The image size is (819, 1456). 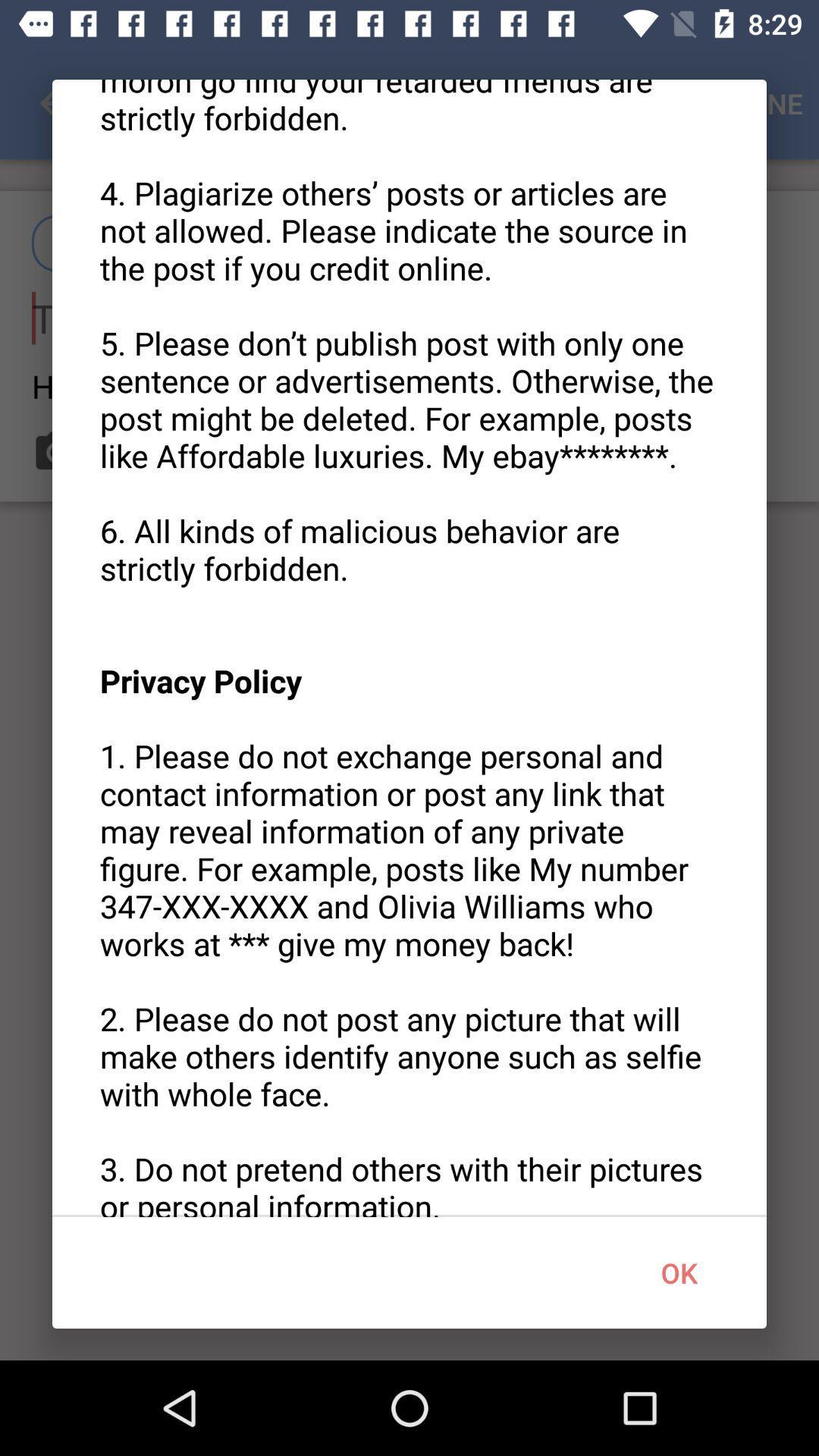 What do you see at coordinates (678, 1272) in the screenshot?
I see `the ok item` at bounding box center [678, 1272].